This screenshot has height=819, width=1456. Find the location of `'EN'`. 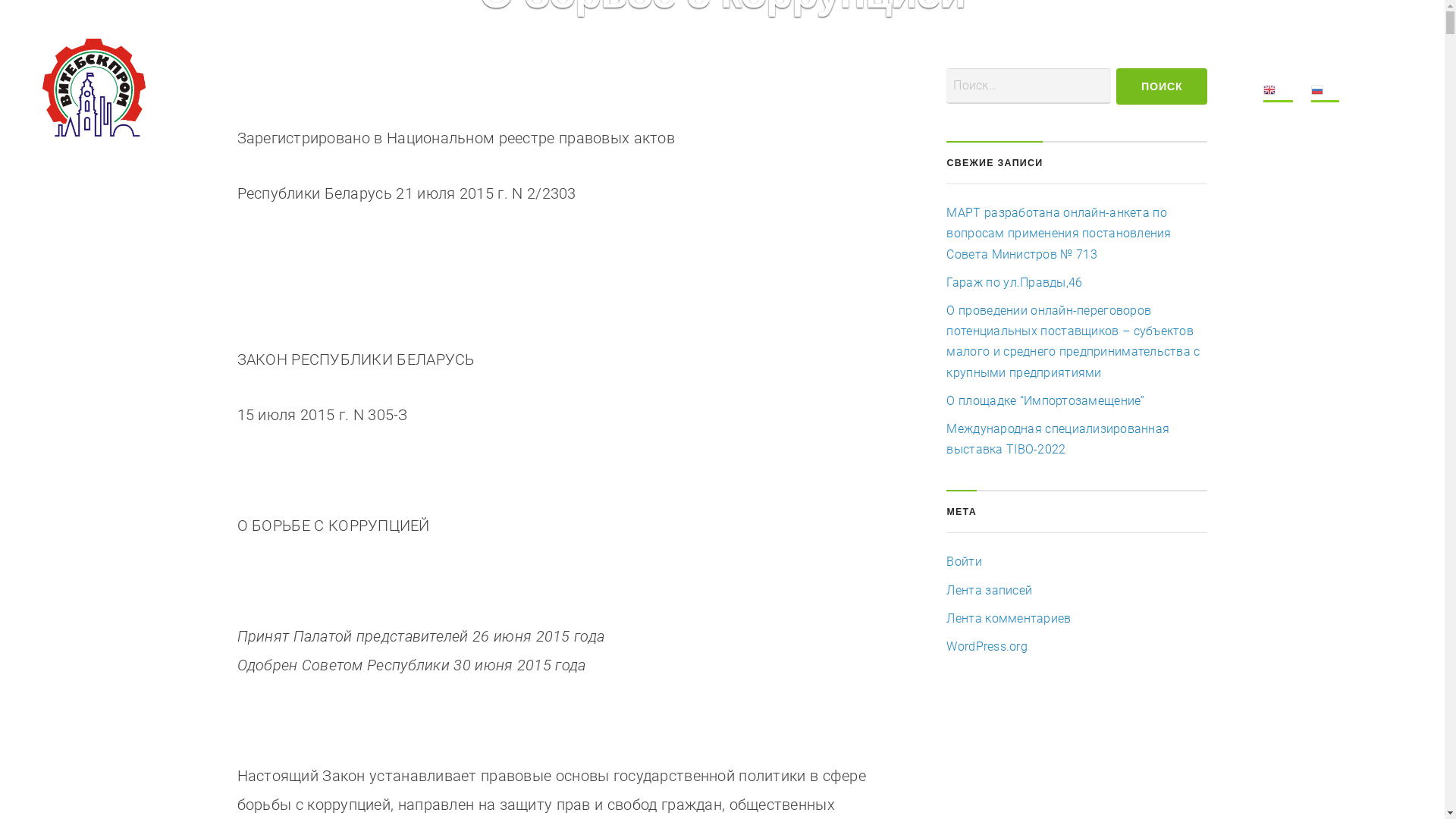

'EN' is located at coordinates (1277, 93).